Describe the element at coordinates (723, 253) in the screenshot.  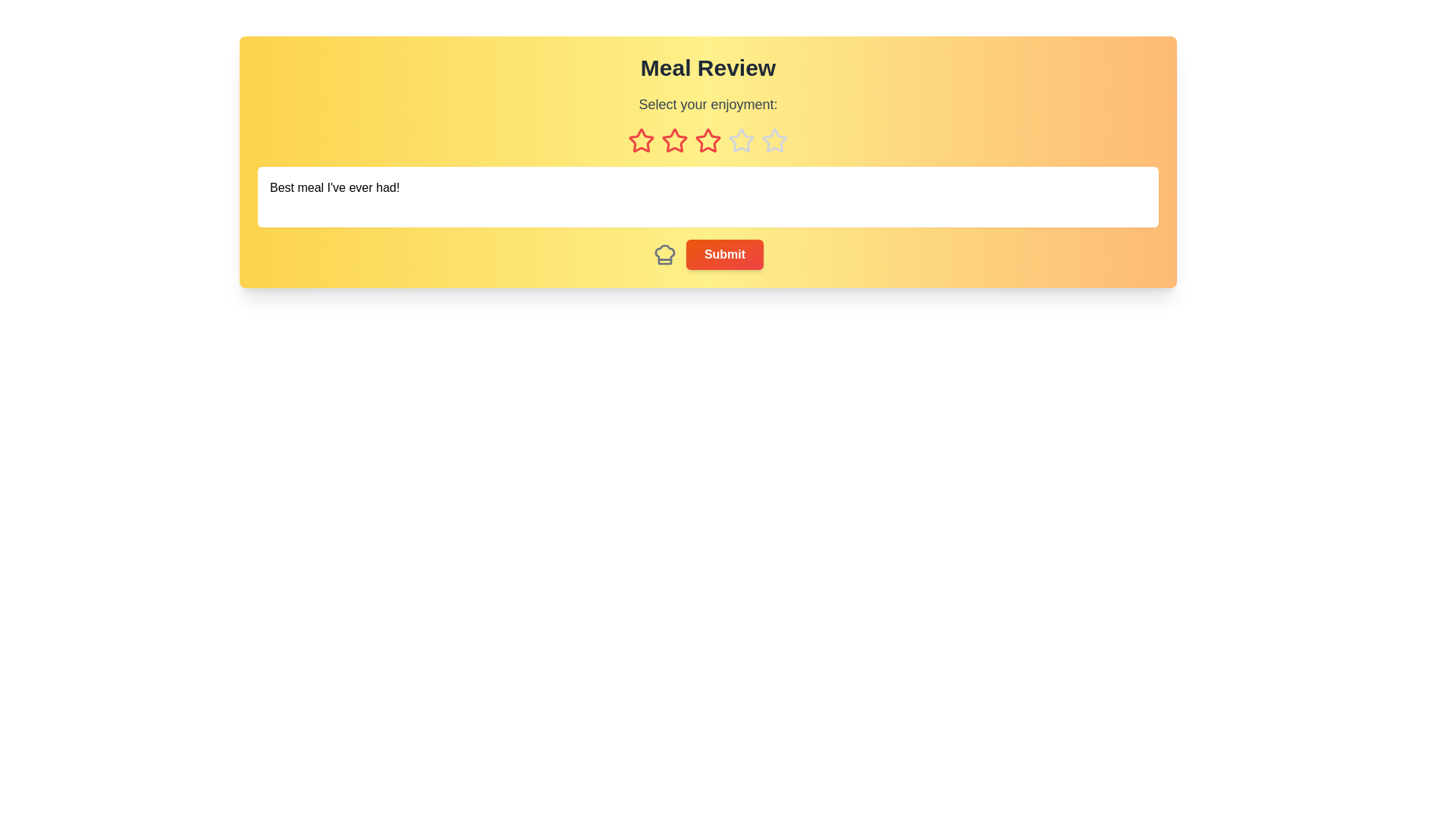
I see `the 'Submit' button, which is a modern rectangular button with rounded corners, featuring a gradient background from orange to red and bold white text, located in the lower section of the interface` at that location.